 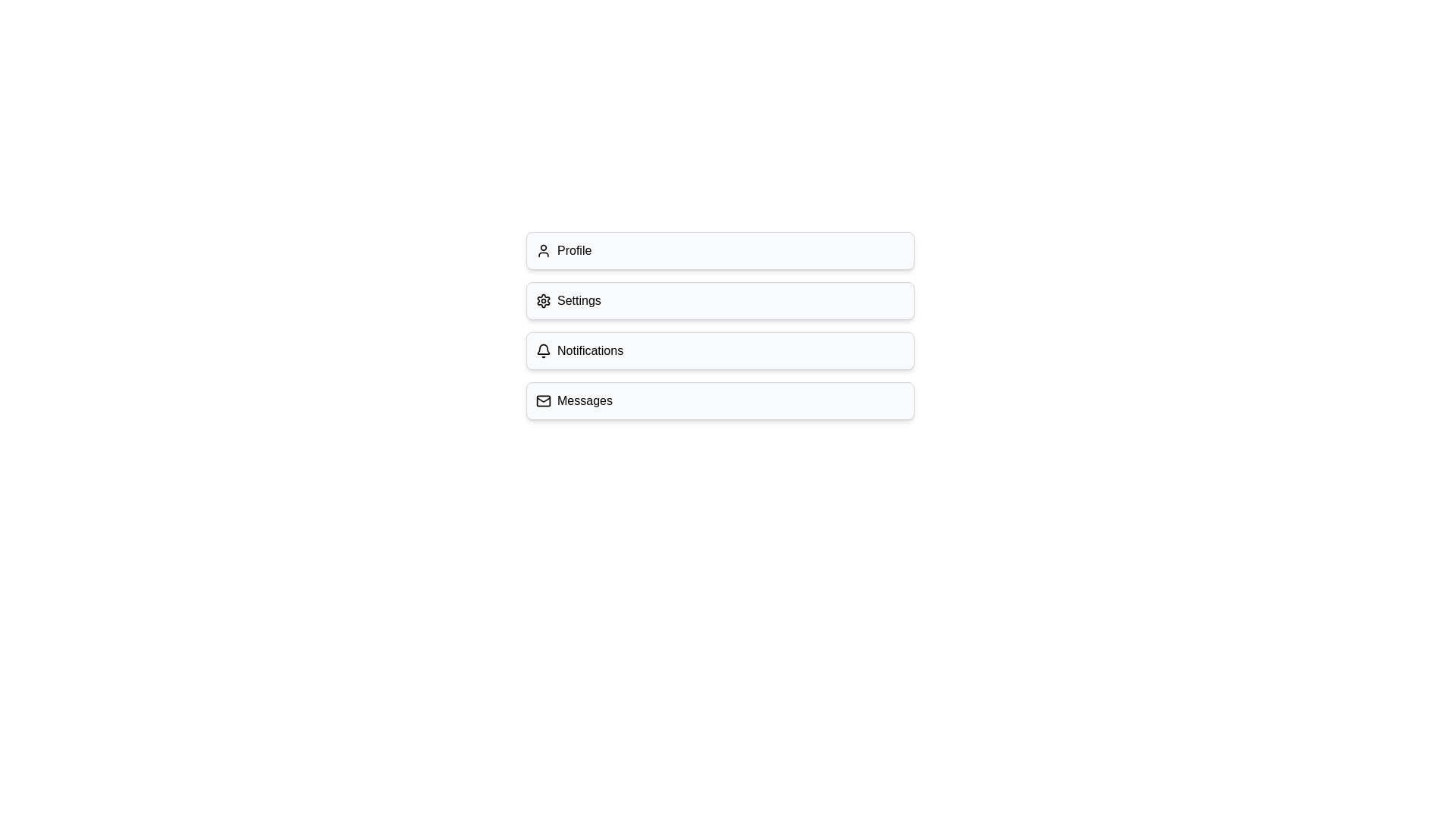 What do you see at coordinates (720, 301) in the screenshot?
I see `the Settings option to observe its visual feedback` at bounding box center [720, 301].